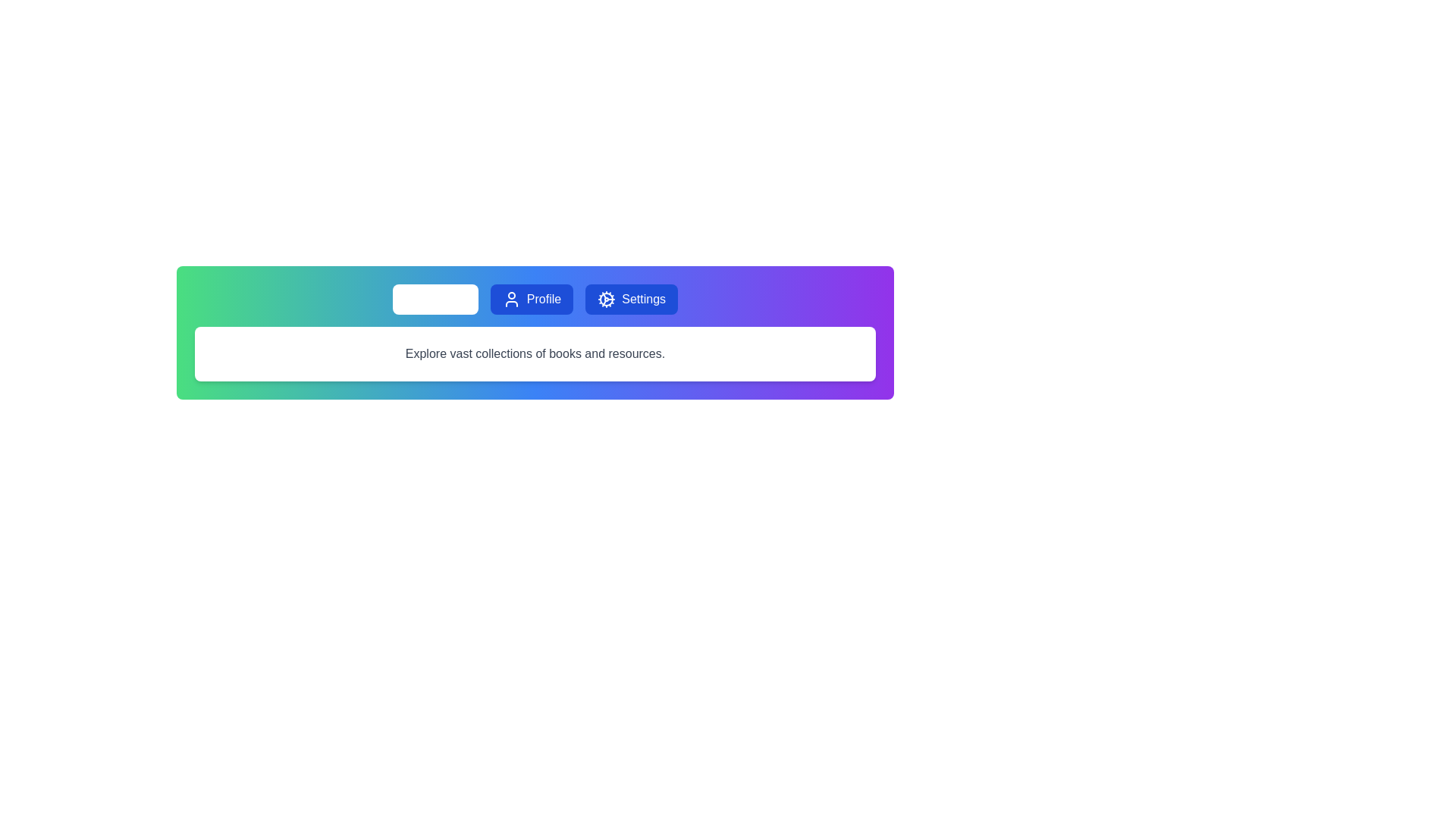 Image resolution: width=1456 pixels, height=819 pixels. I want to click on the Library tab to reveal its hover styling effect, so click(435, 299).